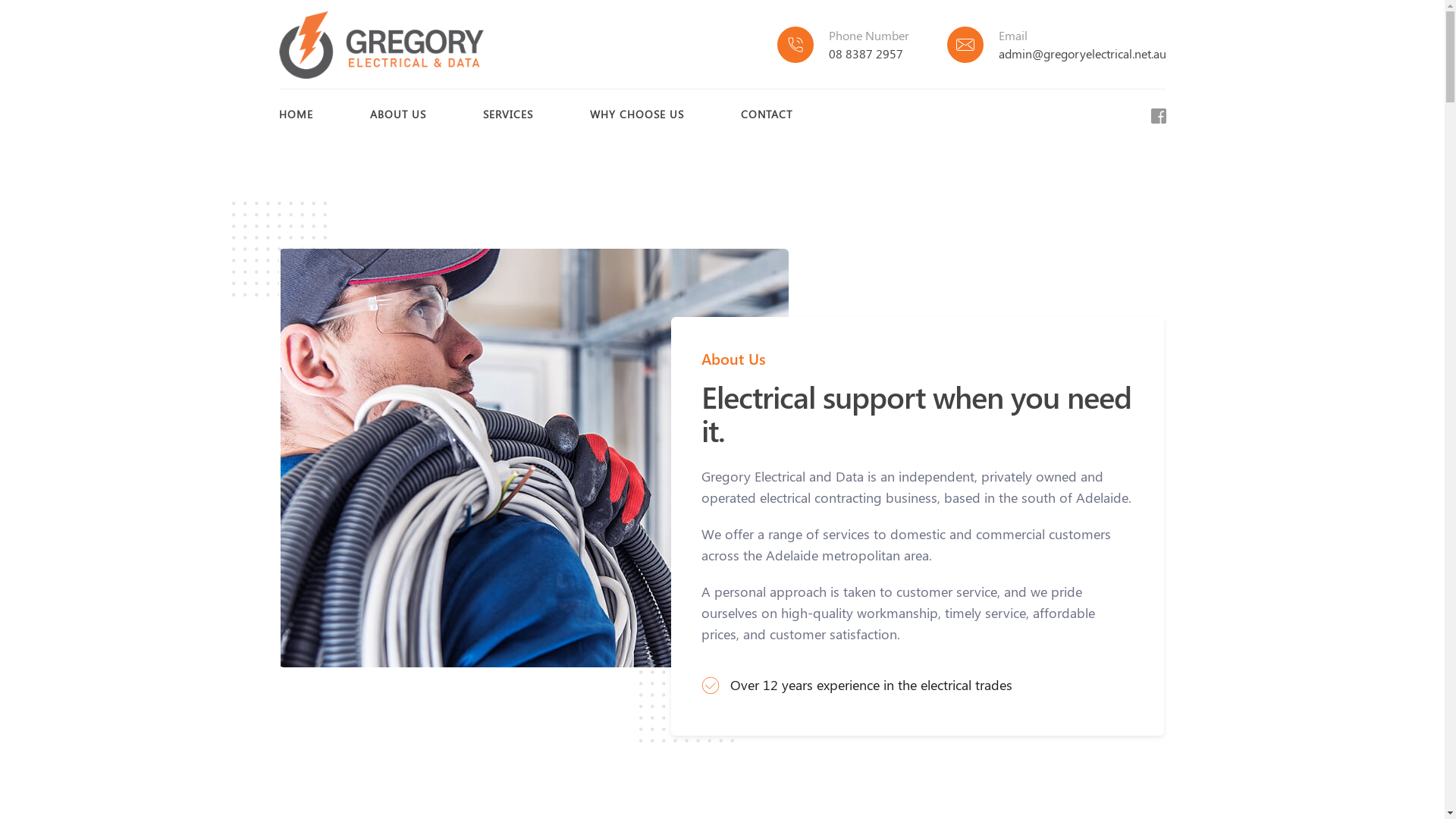 The height and width of the screenshot is (819, 1456). Describe the element at coordinates (1081, 52) in the screenshot. I see `'admin@gregoryelectrical.net.au'` at that location.